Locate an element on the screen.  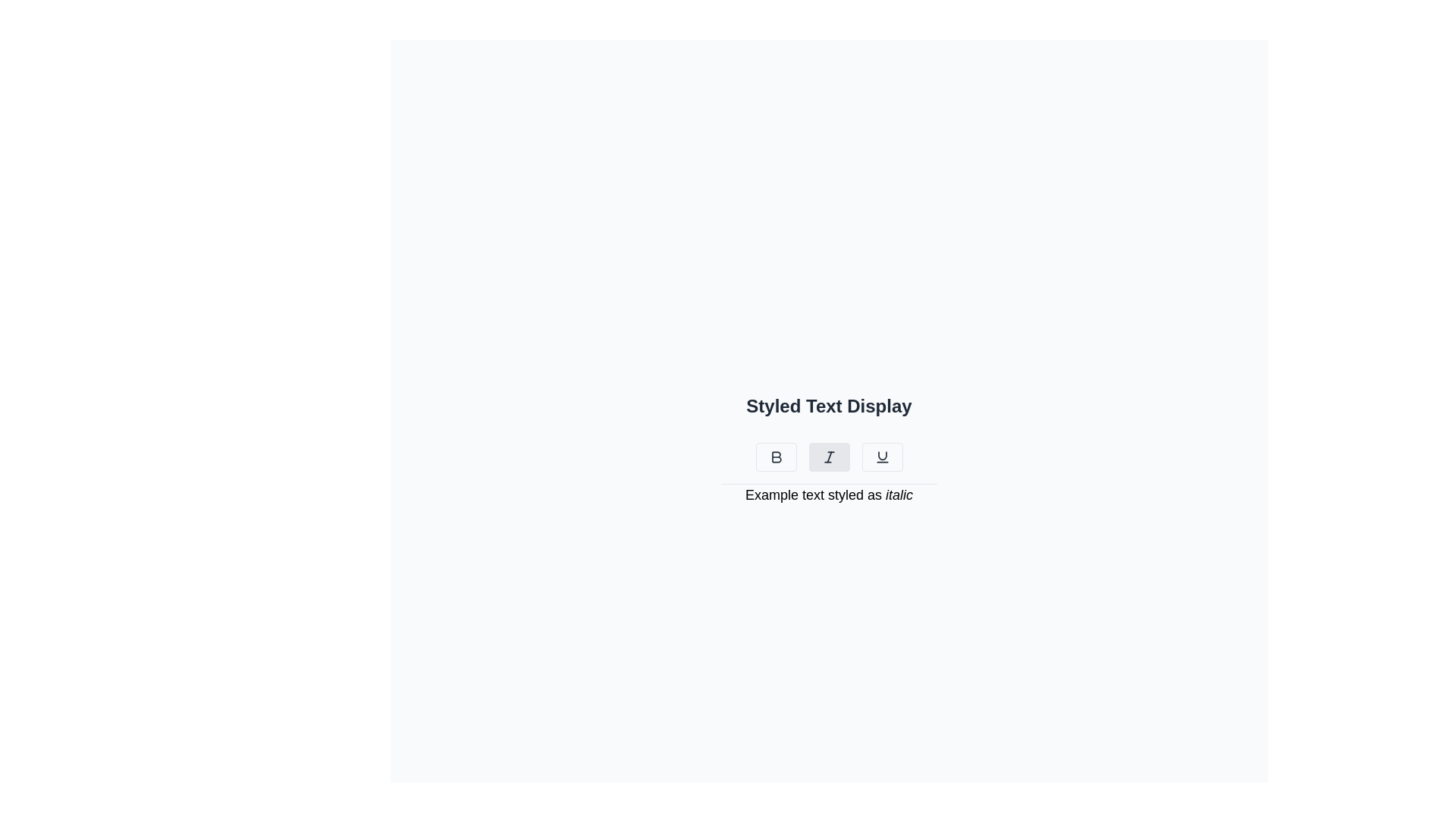
the square button with rounded corners displaying a bold letter 'B' is located at coordinates (776, 456).